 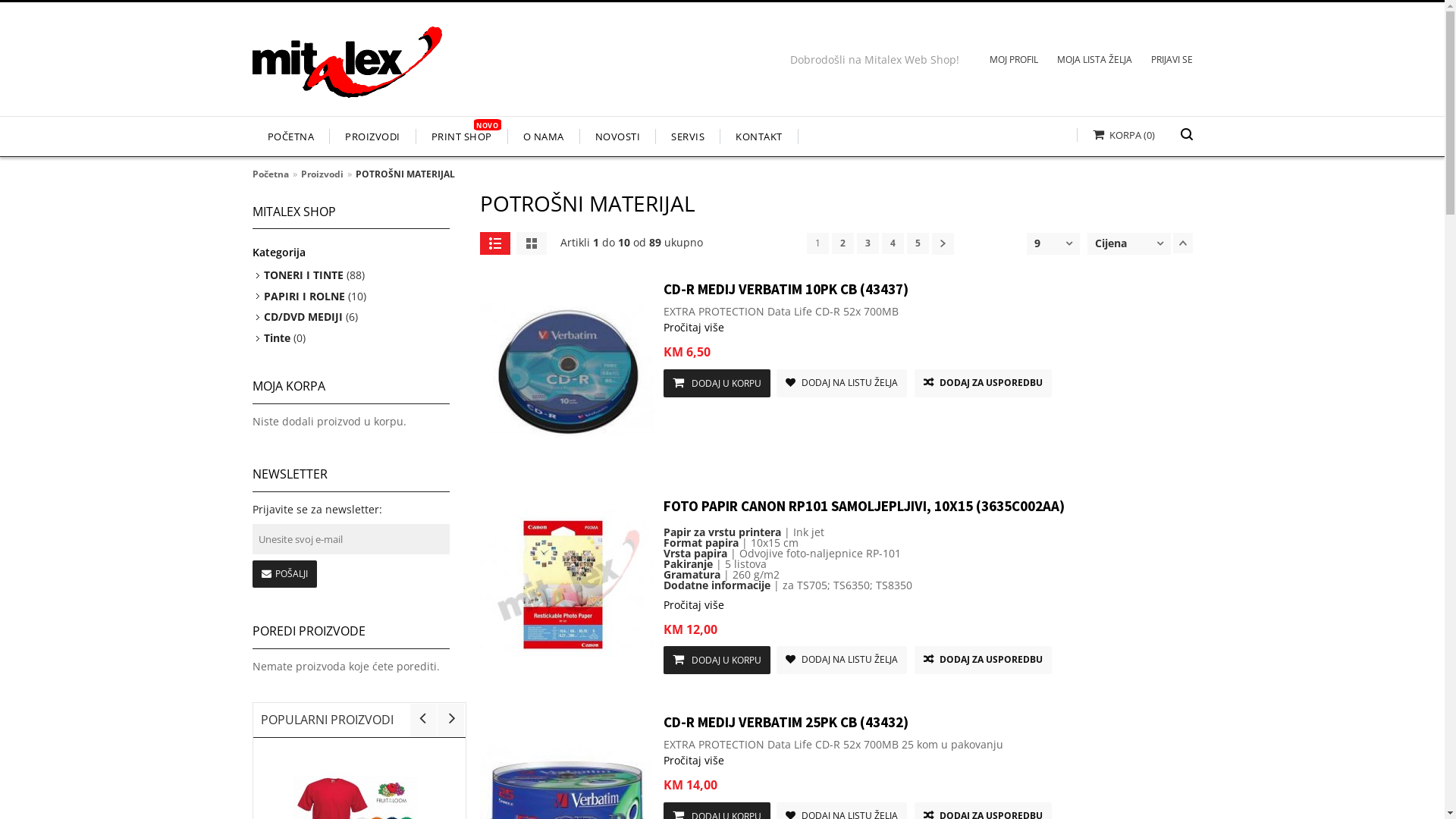 What do you see at coordinates (1116, 133) in the screenshot?
I see `'KORPA (0)'` at bounding box center [1116, 133].